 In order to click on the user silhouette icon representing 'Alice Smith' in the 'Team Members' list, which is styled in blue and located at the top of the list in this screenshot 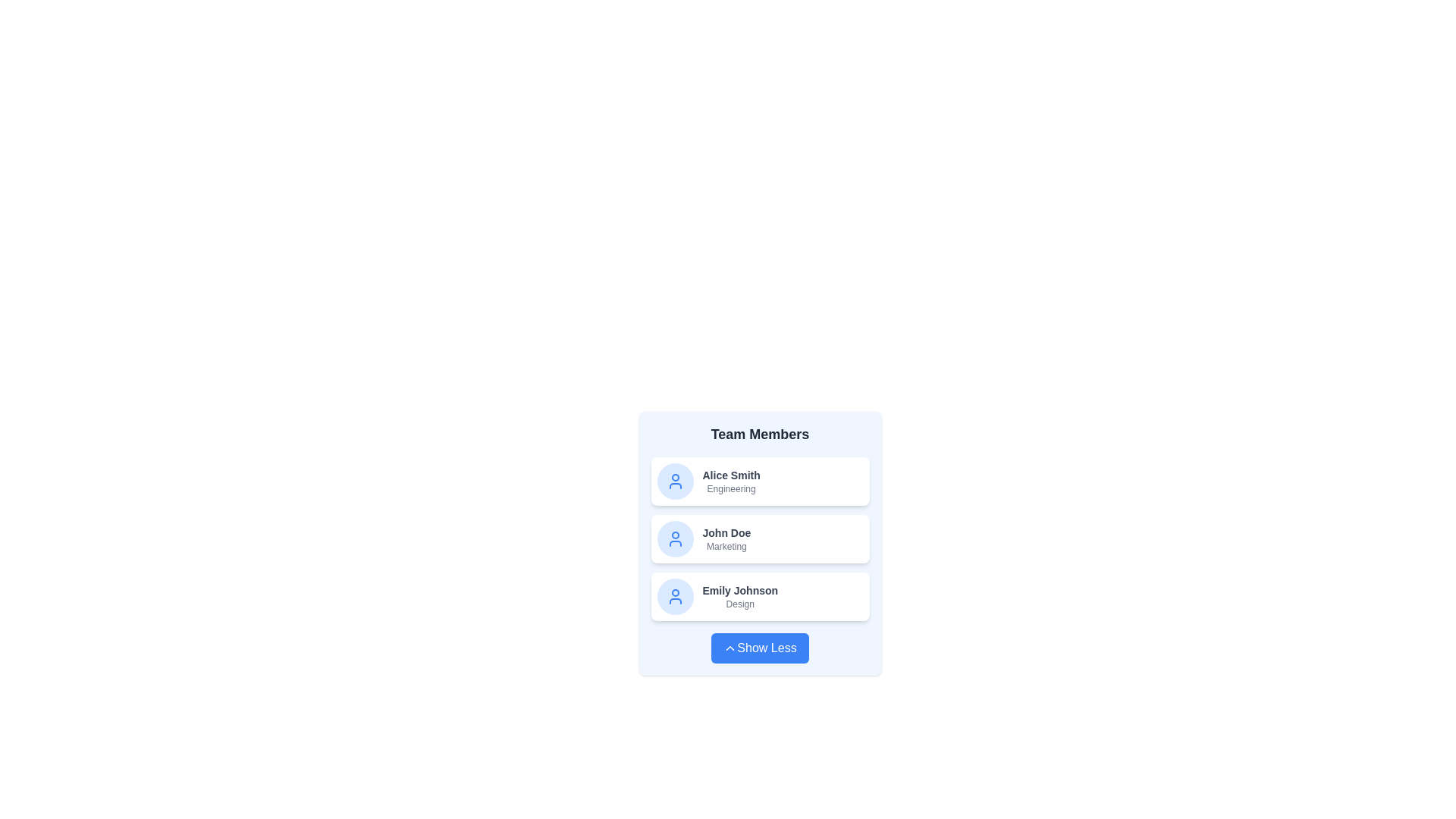, I will do `click(674, 482)`.